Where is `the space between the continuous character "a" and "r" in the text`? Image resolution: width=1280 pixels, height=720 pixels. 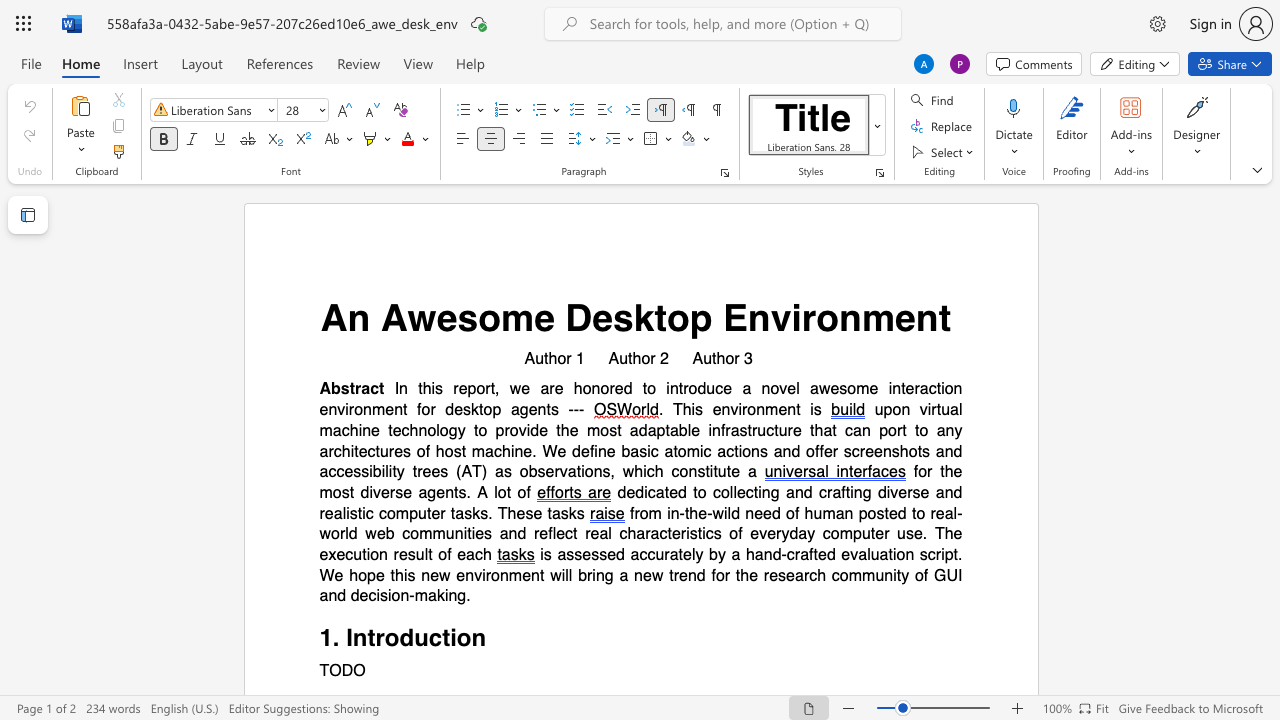 the space between the continuous character "a" and "r" in the text is located at coordinates (327, 451).